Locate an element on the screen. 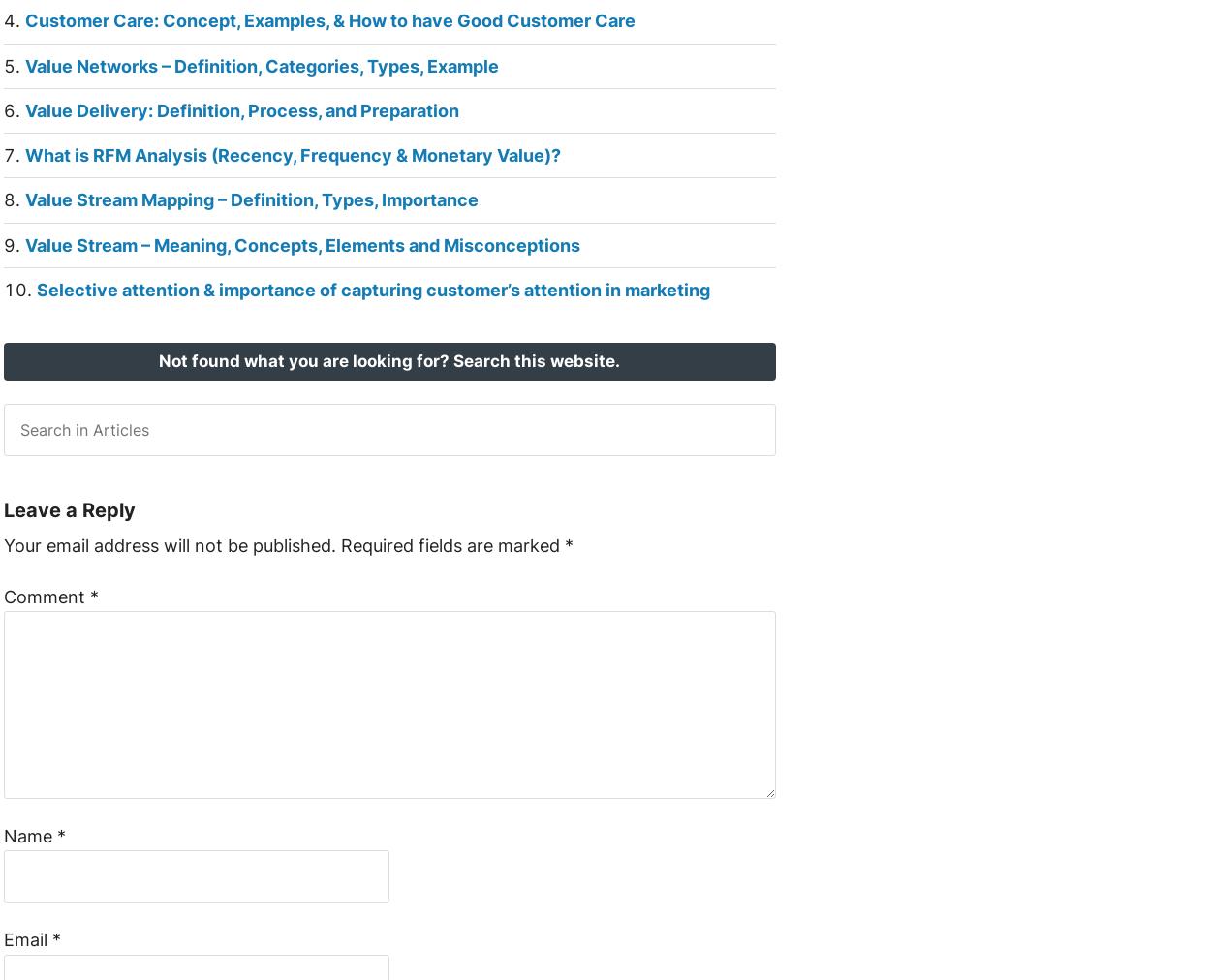 Image resolution: width=1211 pixels, height=980 pixels. 'Value Stream – Meaning, Concepts, Elements and Misconceptions' is located at coordinates (301, 244).